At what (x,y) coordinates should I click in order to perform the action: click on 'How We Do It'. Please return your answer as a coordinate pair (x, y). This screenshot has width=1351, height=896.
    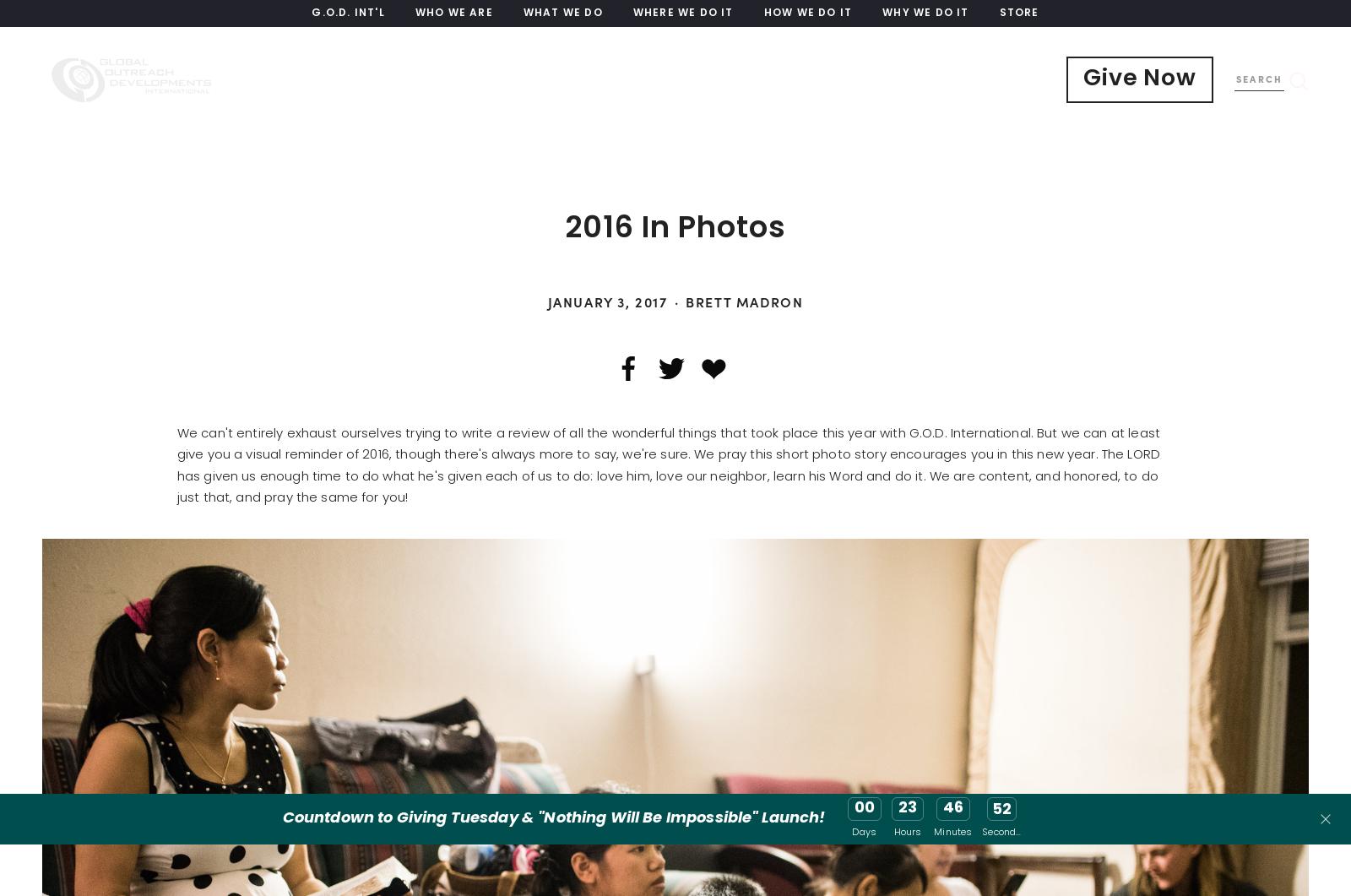
    Looking at the image, I should click on (806, 14).